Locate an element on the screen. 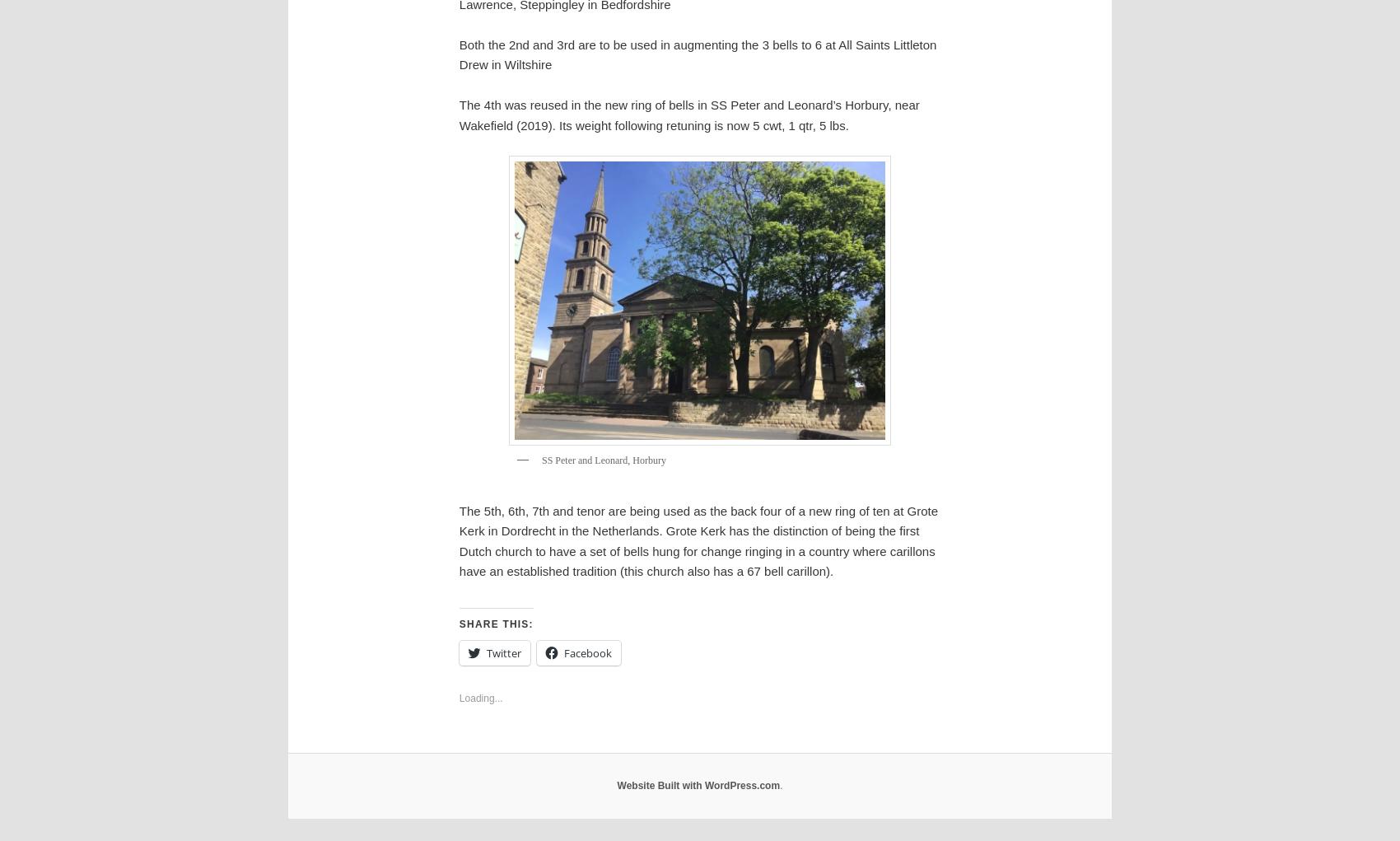 The width and height of the screenshot is (1400, 841). 'Twitter' is located at coordinates (485, 651).